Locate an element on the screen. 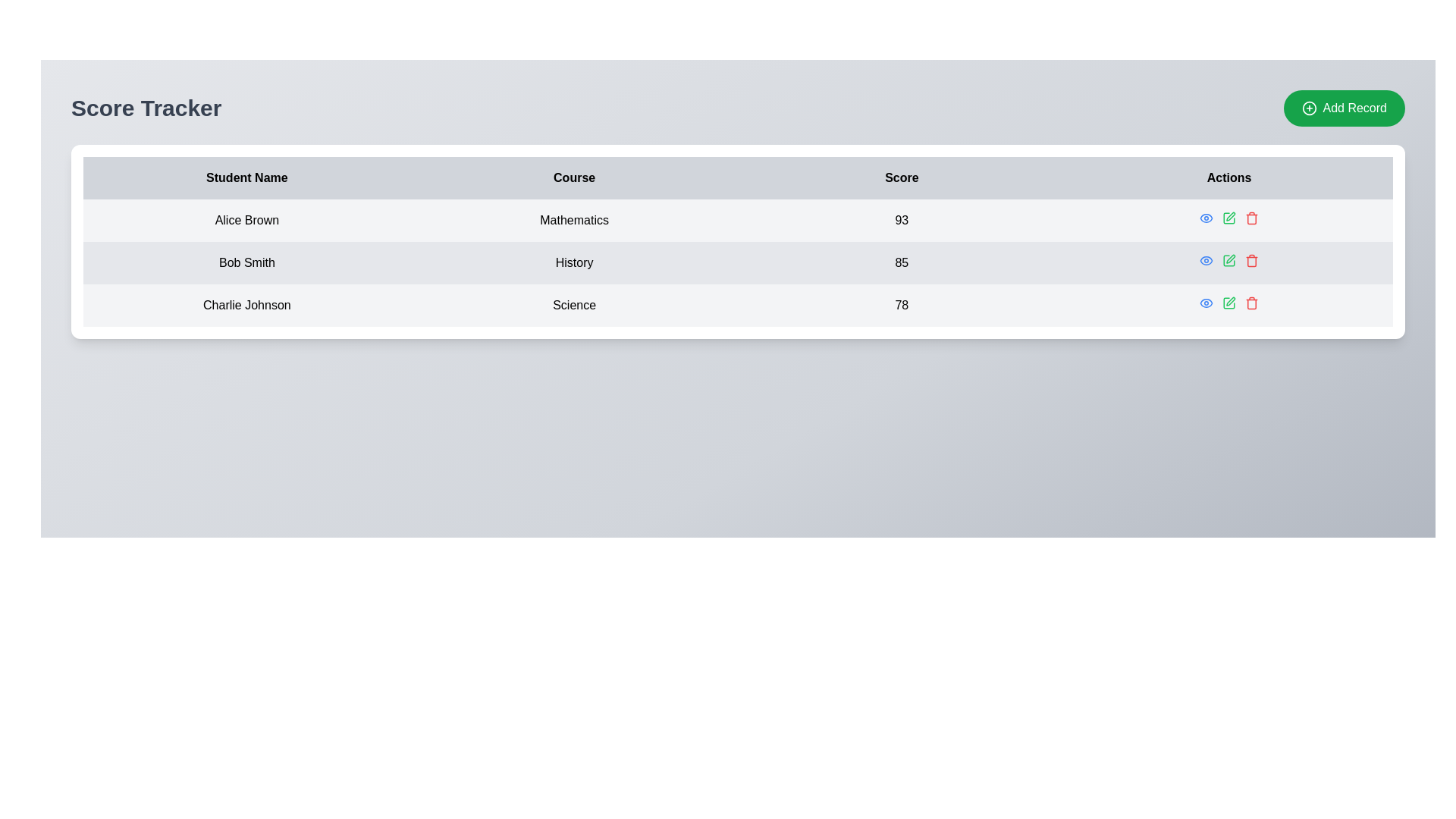 Image resolution: width=1456 pixels, height=819 pixels. the edit icon within the 'Actions' column for the 'Charlie Johnson' entry to modify the entry is located at coordinates (1229, 303).